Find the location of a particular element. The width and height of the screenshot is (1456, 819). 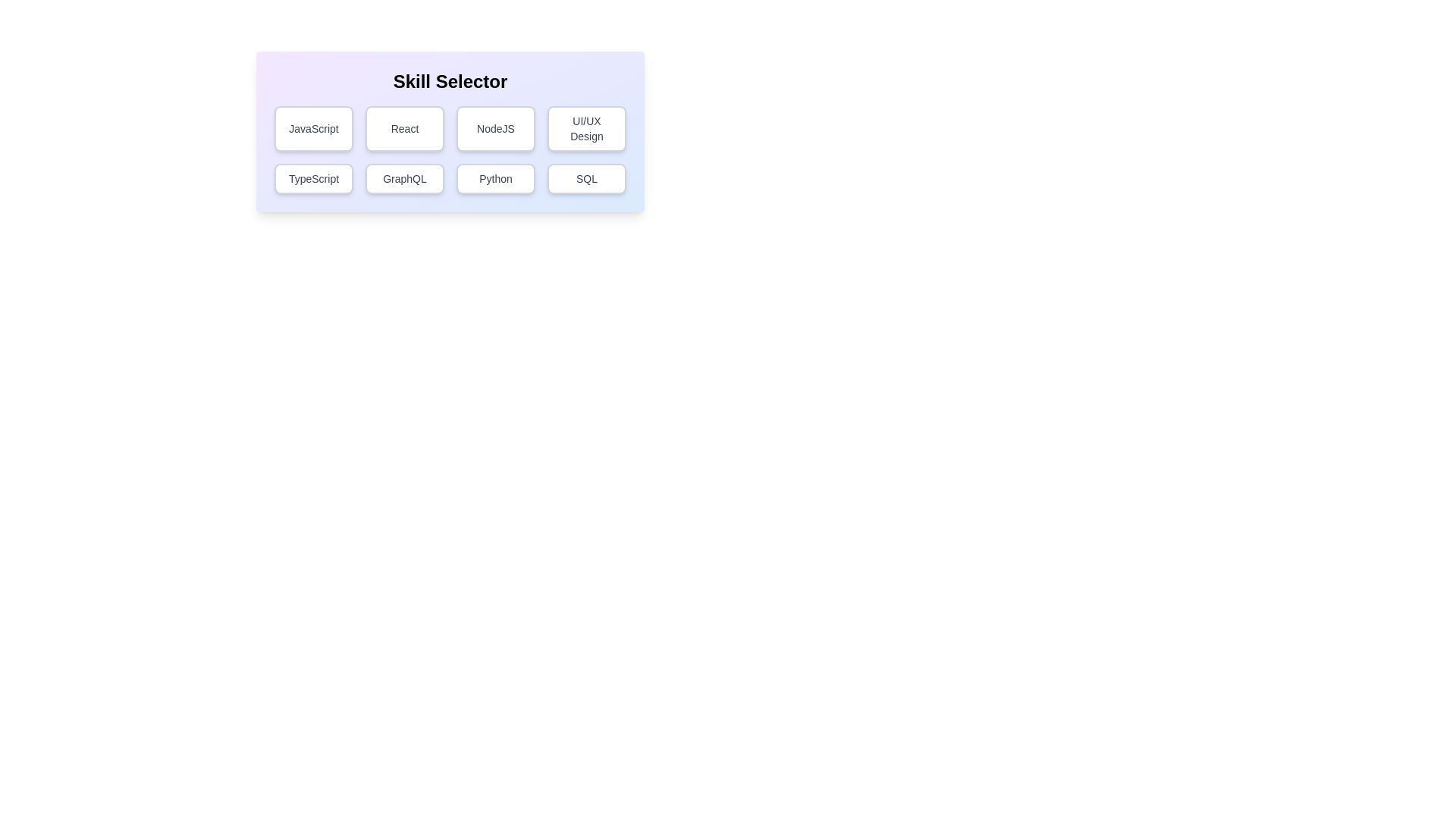

the skill button labeled GraphQL to observe hover effects is located at coordinates (404, 177).